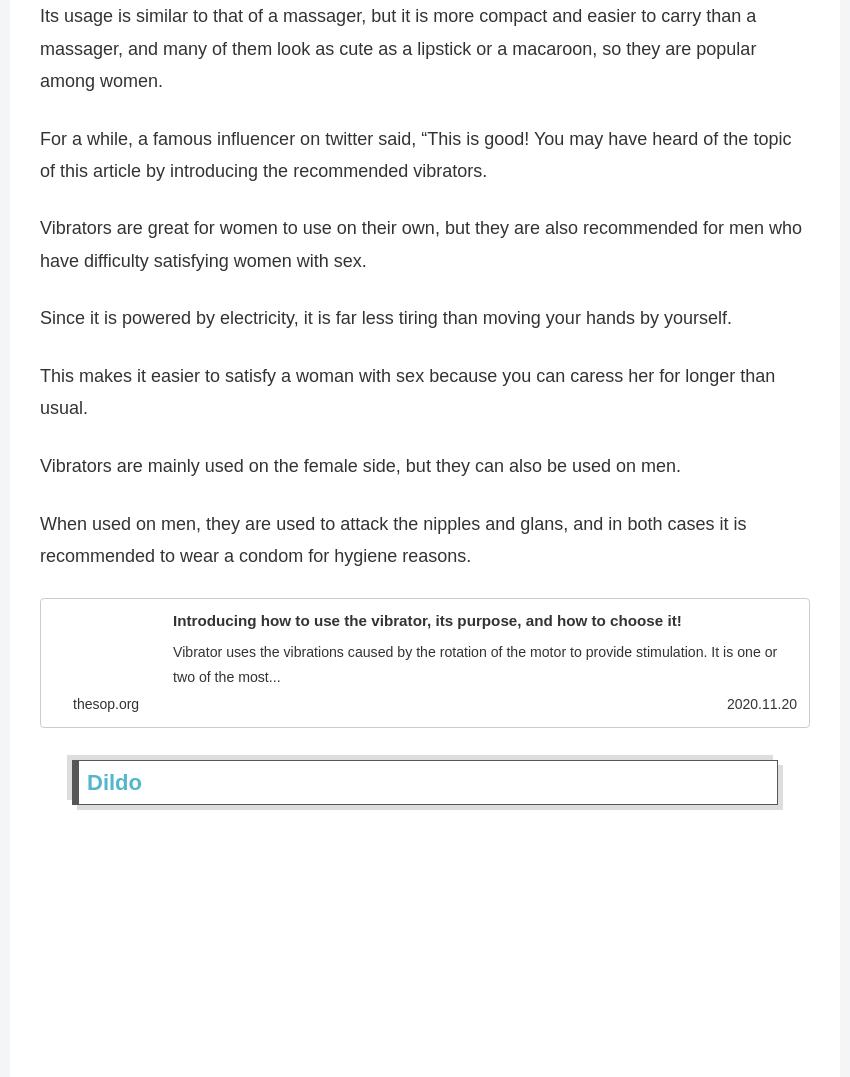 This screenshot has height=1077, width=850. I want to click on 'Its usage is similar to that of a massager, but it is more compact and easier to carry than a massager, and many of them look as cute as a lipstick or a macaroon, so they are popular among women.', so click(397, 54).